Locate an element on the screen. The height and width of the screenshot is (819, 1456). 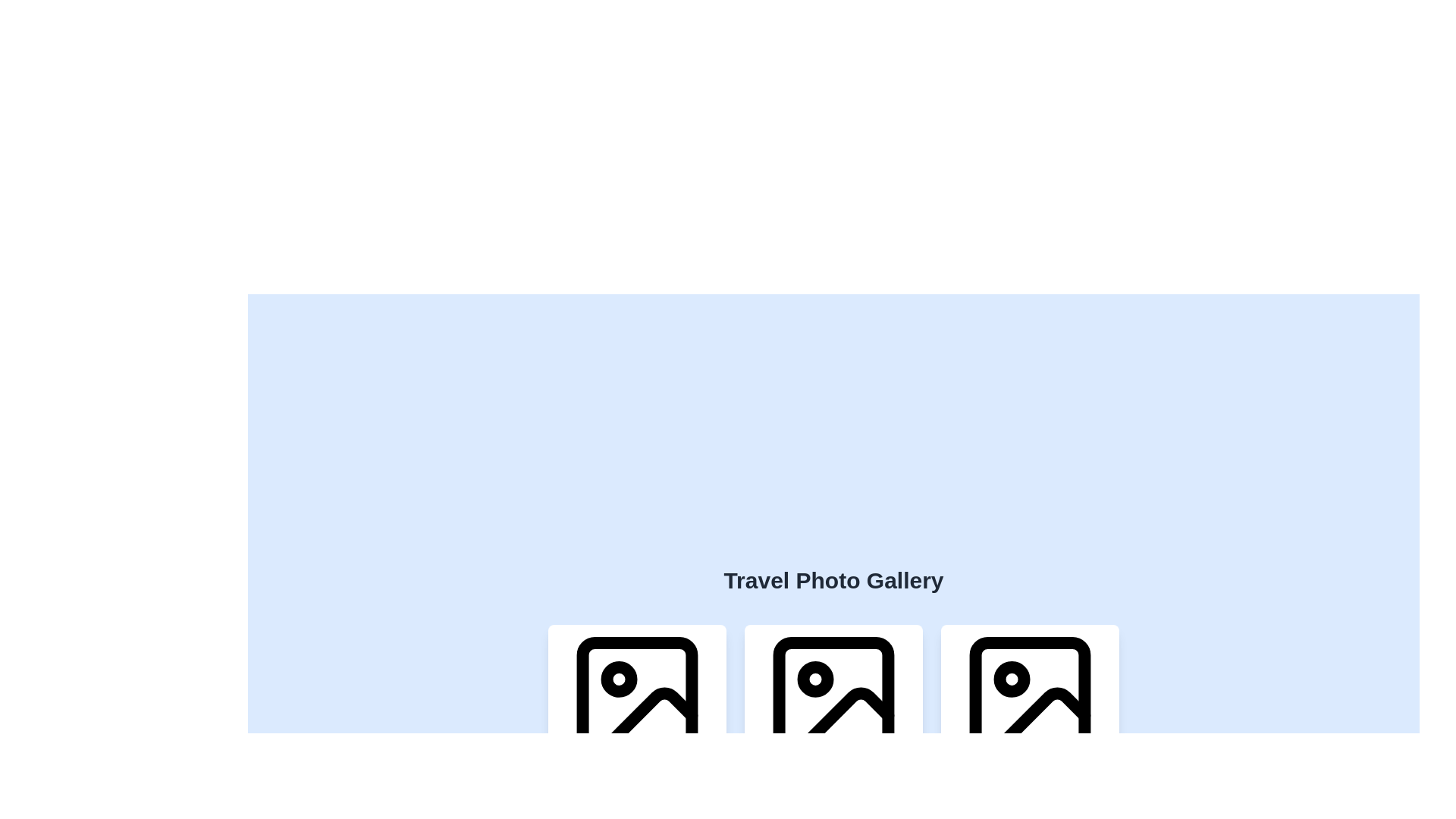
the SVG icon representing an image or photo frame, styled in a simple outlined design, located on the left side of the horizontal layout near the 'Travel Photo Gallery' heading is located at coordinates (637, 698).